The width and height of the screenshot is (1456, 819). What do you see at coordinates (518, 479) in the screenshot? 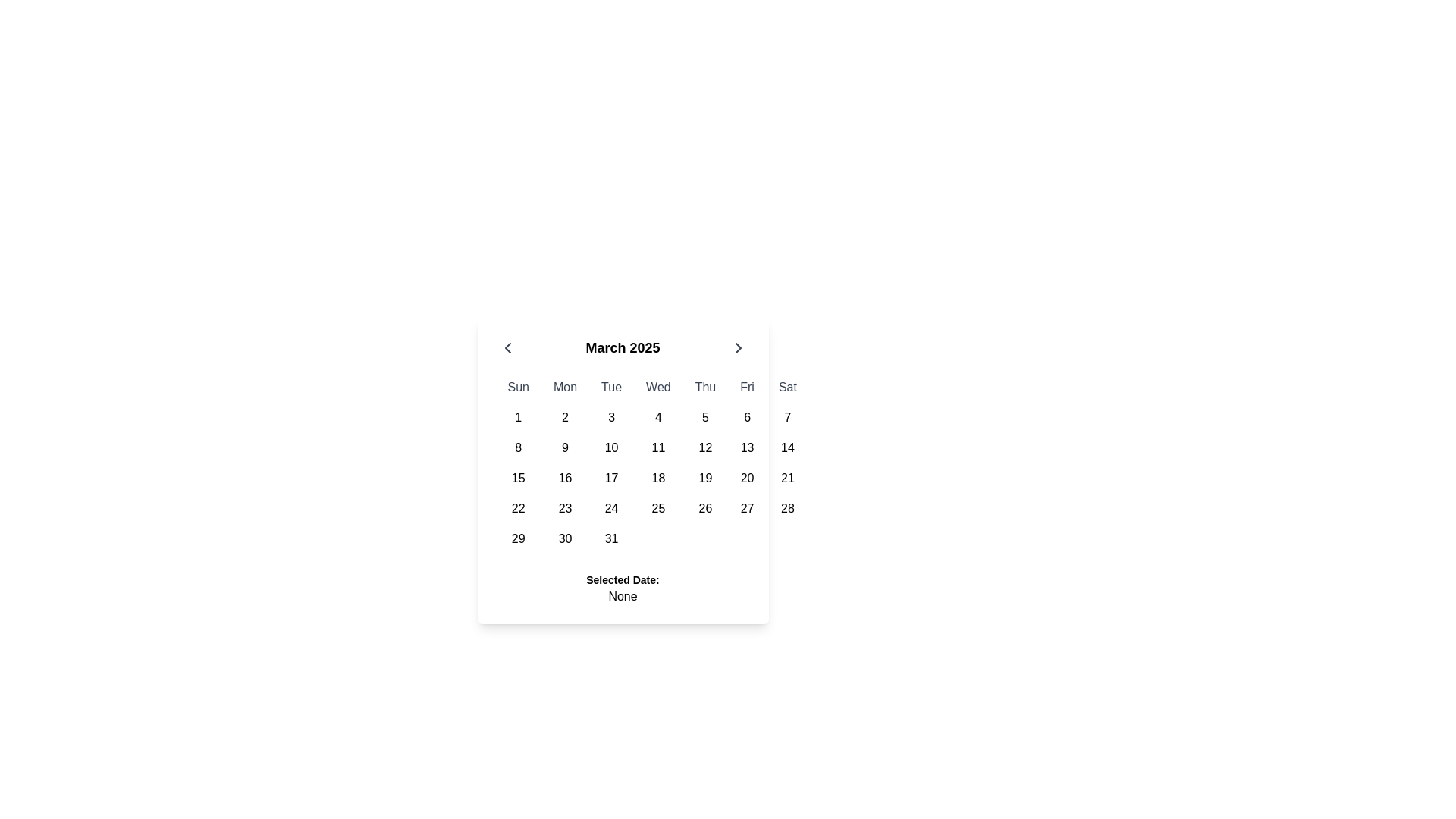
I see `the text label representing the calendar date '15' in the March 2025 calendar grid, which is non-interactive` at bounding box center [518, 479].